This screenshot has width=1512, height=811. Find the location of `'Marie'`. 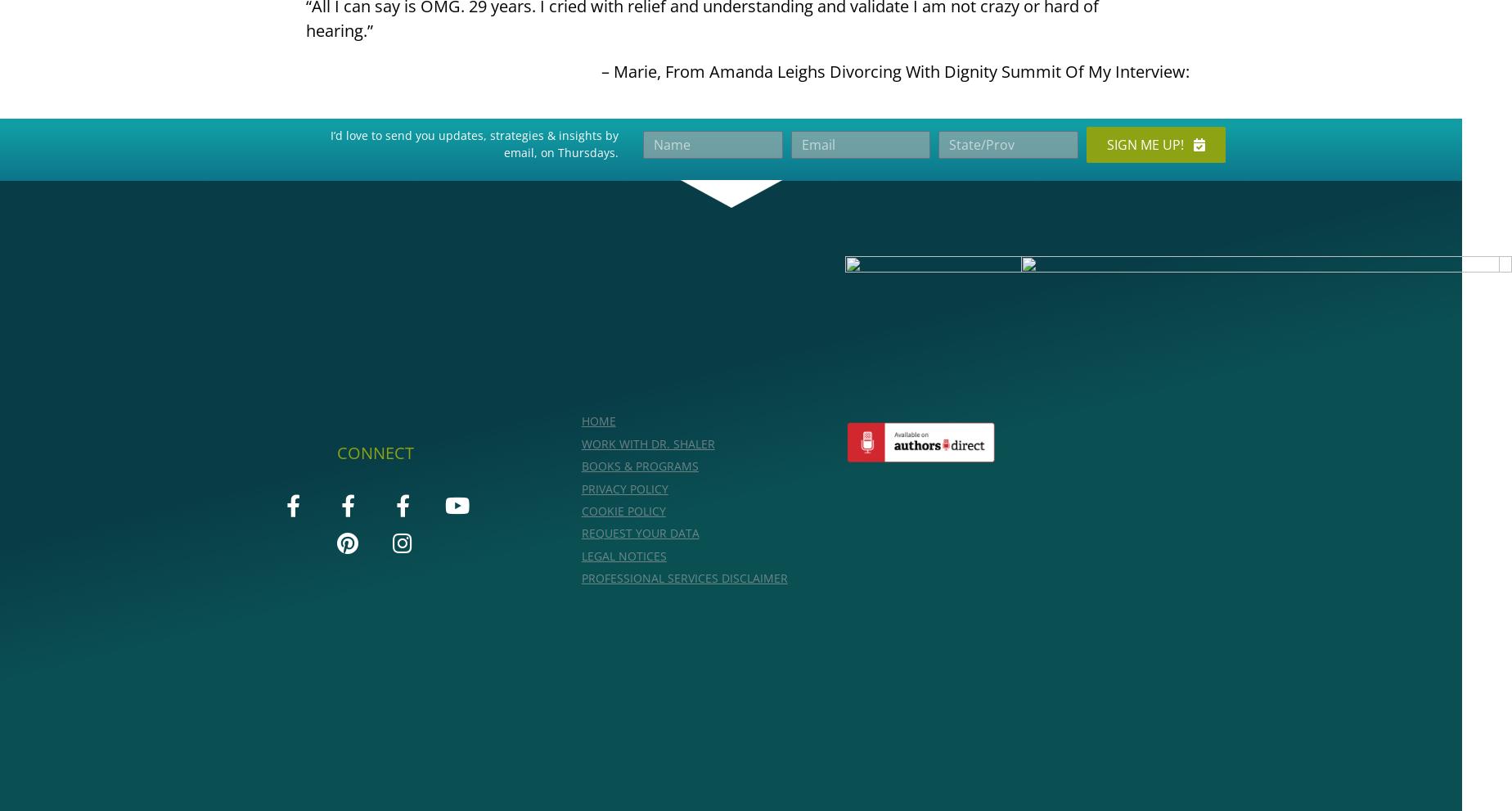

'Marie' is located at coordinates (634, 70).